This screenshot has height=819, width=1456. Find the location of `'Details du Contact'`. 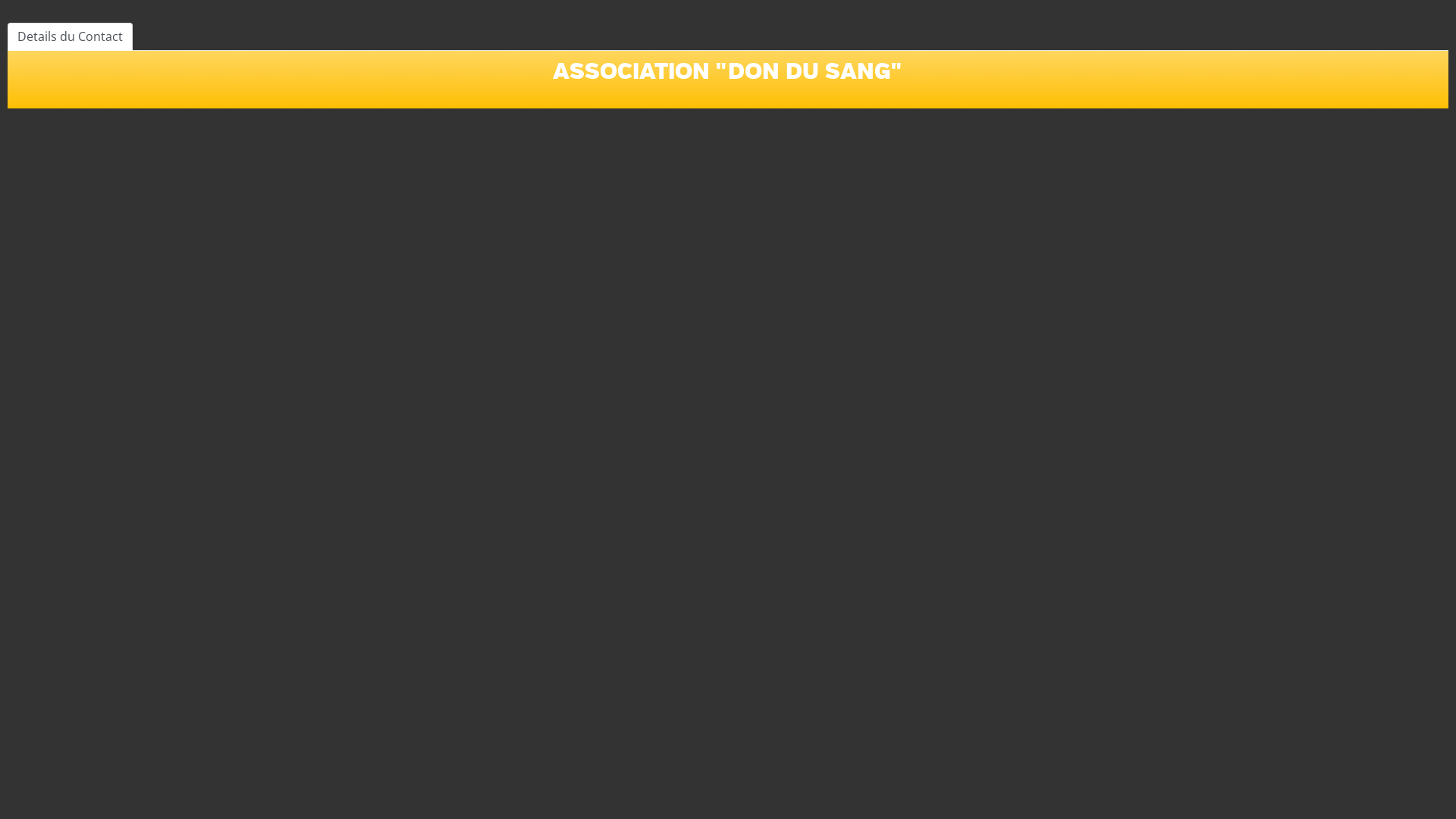

'Details du Contact' is located at coordinates (7, 36).